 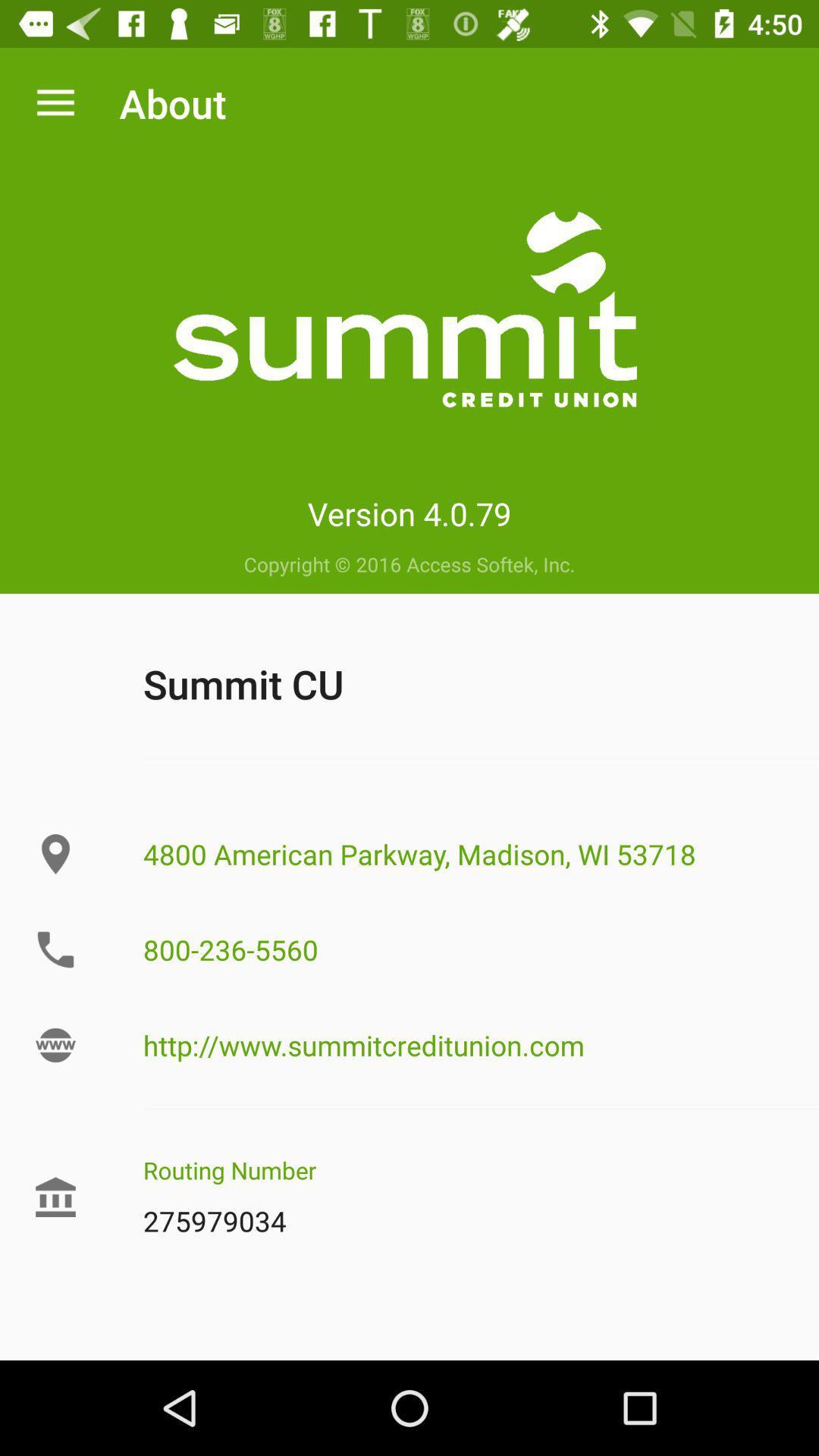 What do you see at coordinates (55, 102) in the screenshot?
I see `icon next to the about icon` at bounding box center [55, 102].